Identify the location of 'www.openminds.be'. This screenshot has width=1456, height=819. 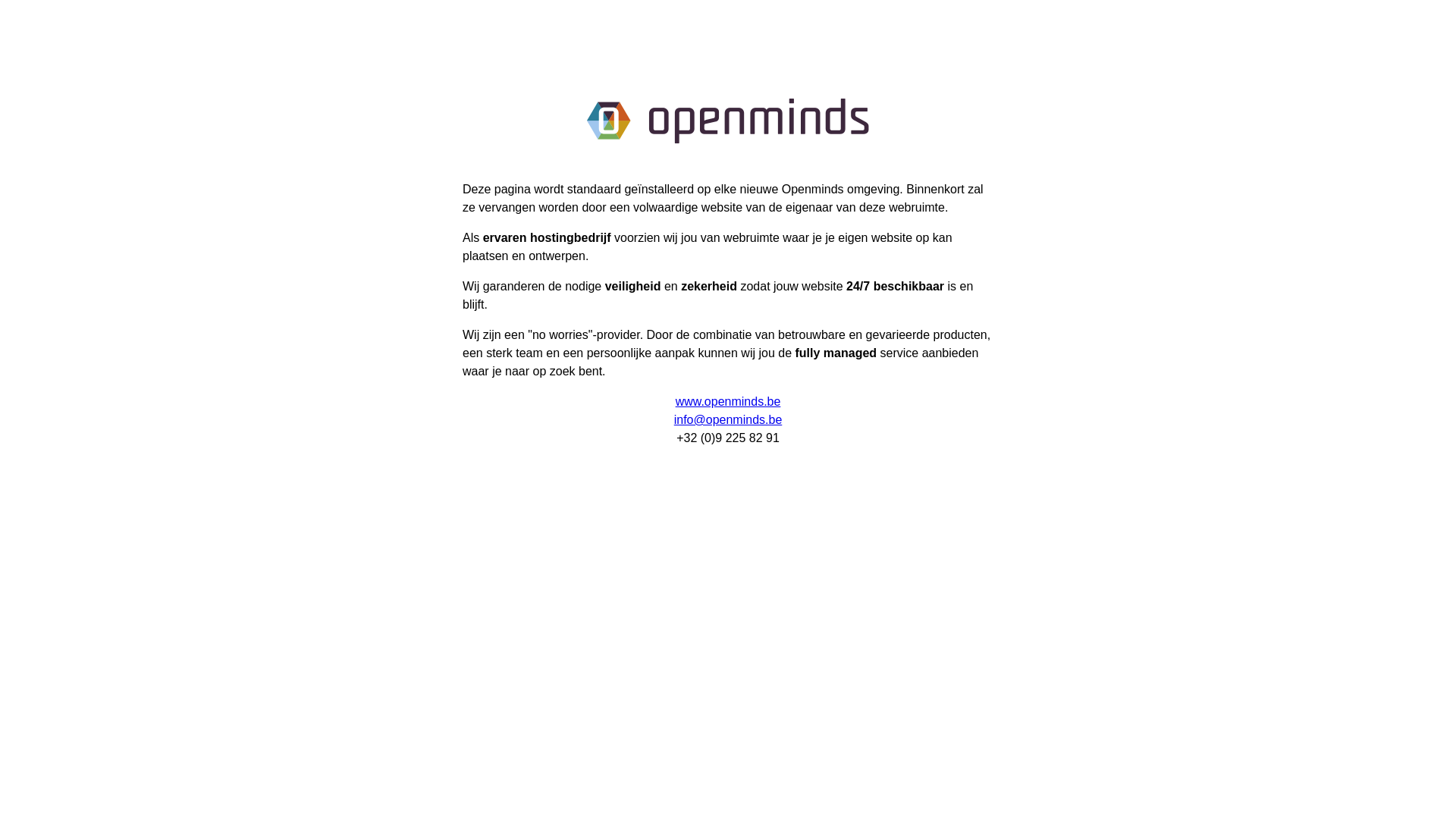
(728, 400).